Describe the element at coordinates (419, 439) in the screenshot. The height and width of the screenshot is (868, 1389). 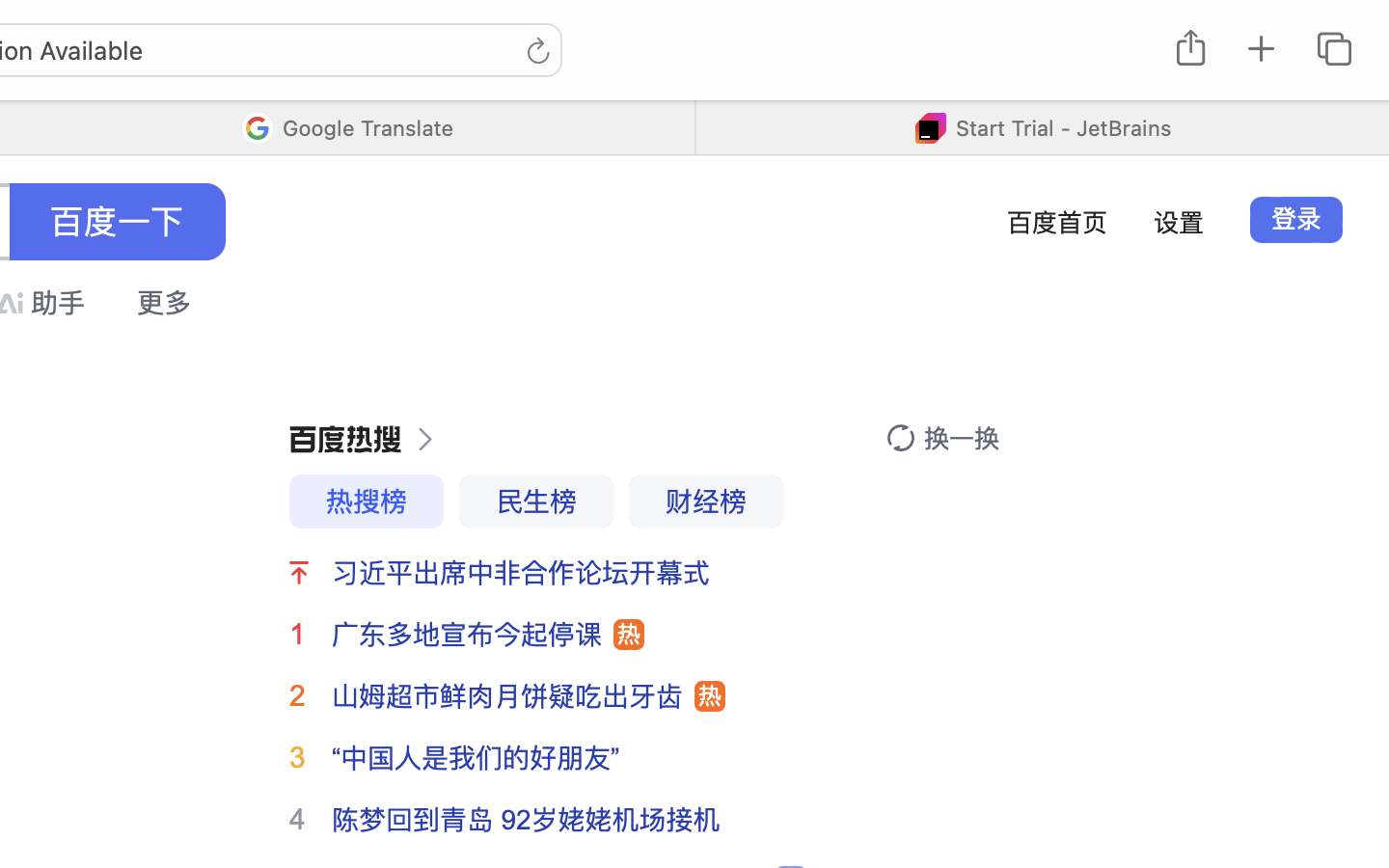
I see `''` at that location.